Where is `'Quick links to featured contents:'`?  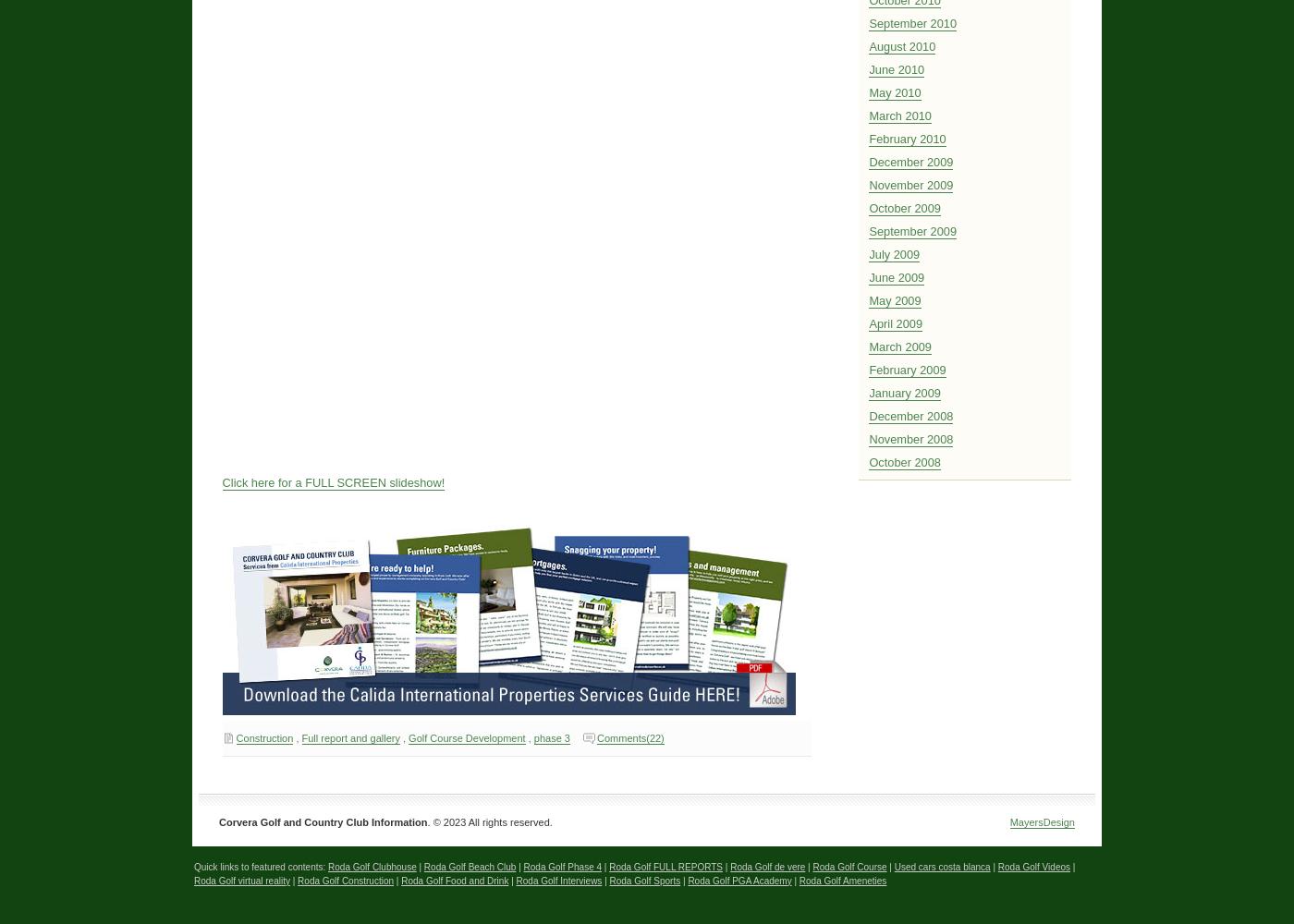 'Quick links to featured contents:' is located at coordinates (261, 866).